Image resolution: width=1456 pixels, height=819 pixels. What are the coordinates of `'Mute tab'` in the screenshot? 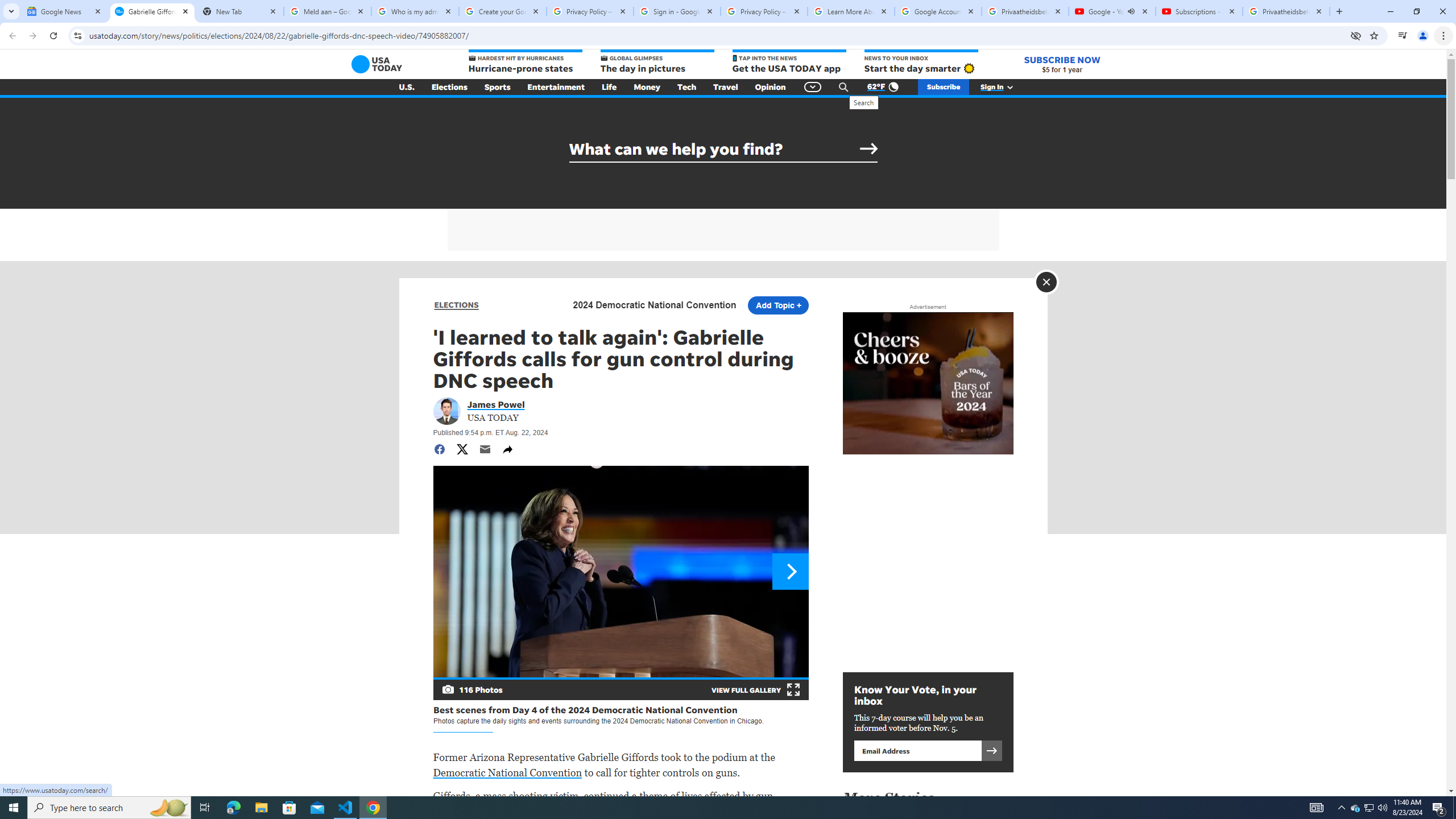 It's located at (1131, 11).